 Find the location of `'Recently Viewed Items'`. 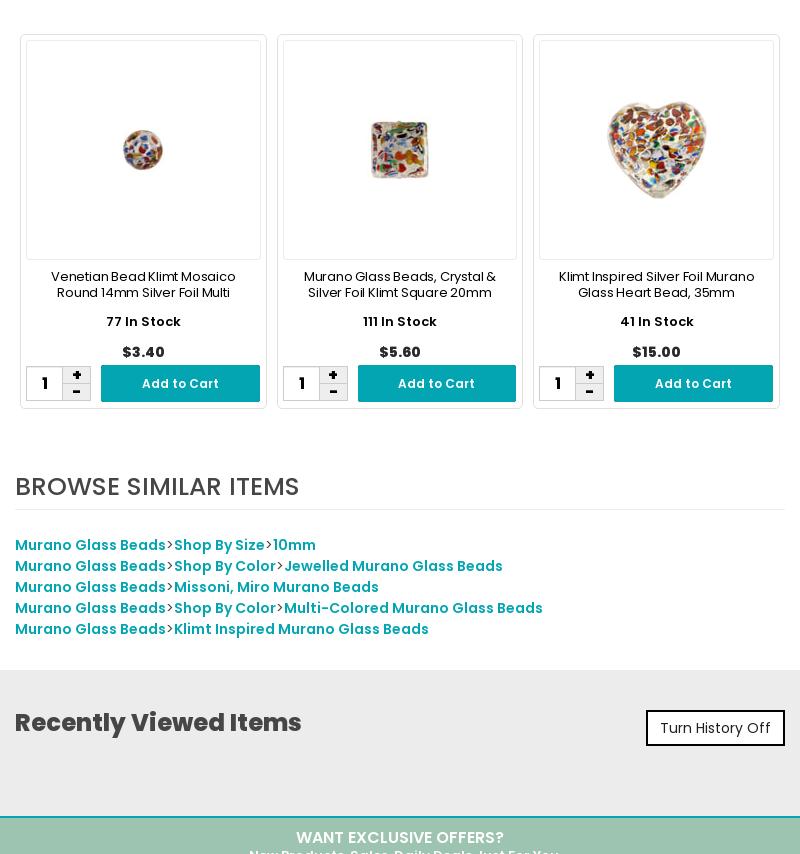

'Recently Viewed Items' is located at coordinates (158, 724).